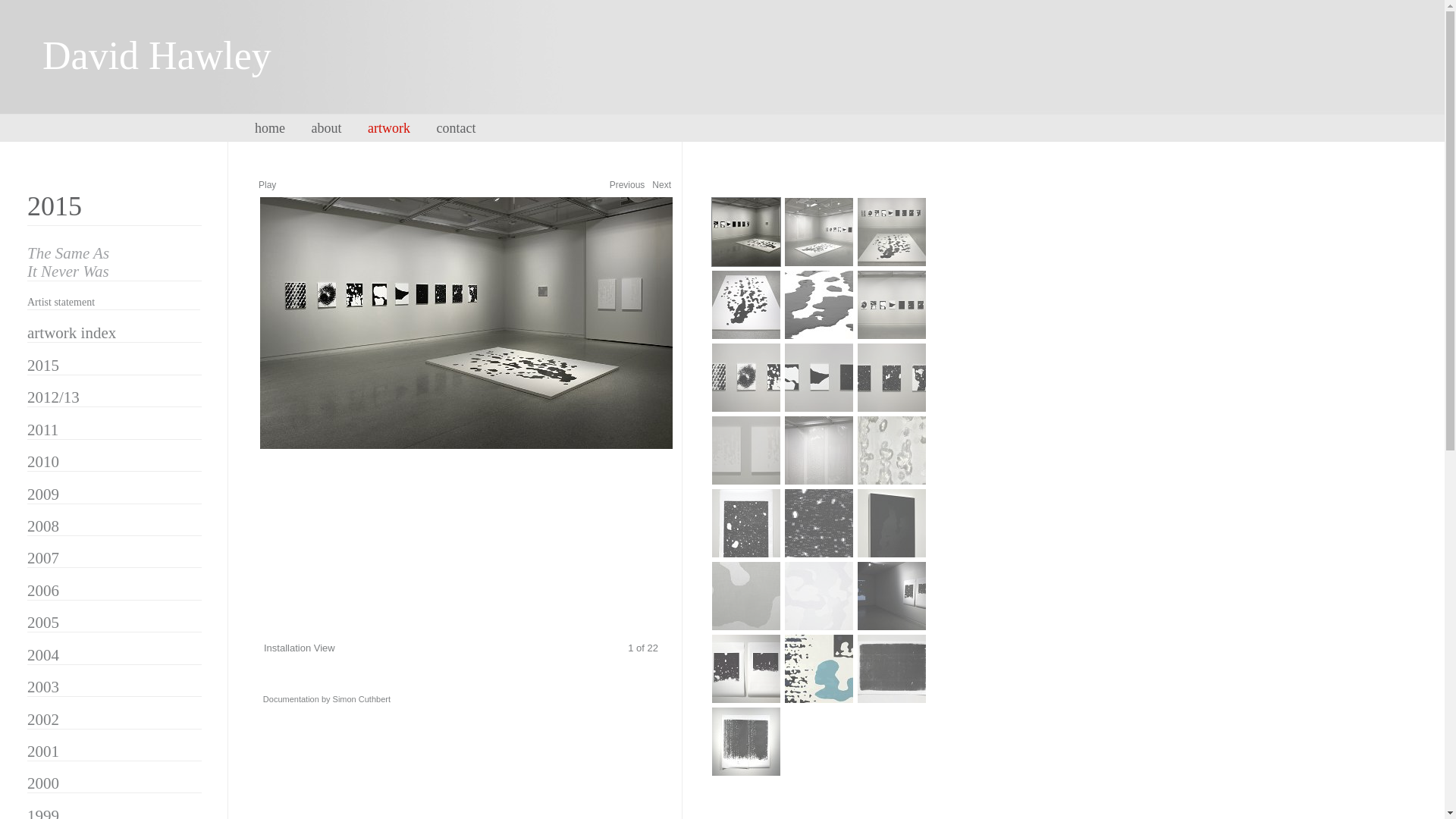 This screenshot has width=1456, height=819. Describe the element at coordinates (43, 752) in the screenshot. I see `'2001'` at that location.